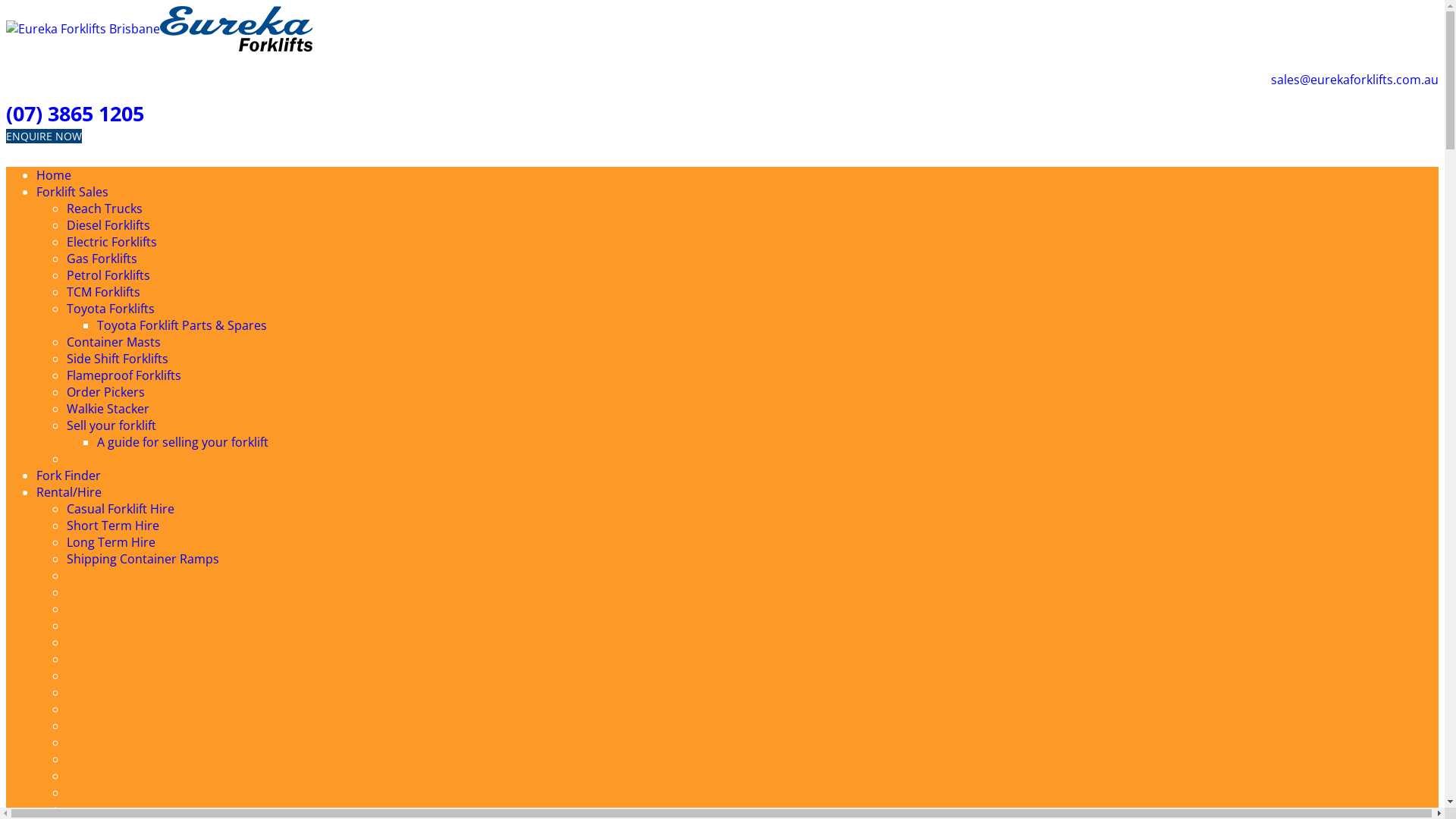 This screenshot has width=1456, height=819. What do you see at coordinates (108, 275) in the screenshot?
I see `'Petrol Forklifts'` at bounding box center [108, 275].